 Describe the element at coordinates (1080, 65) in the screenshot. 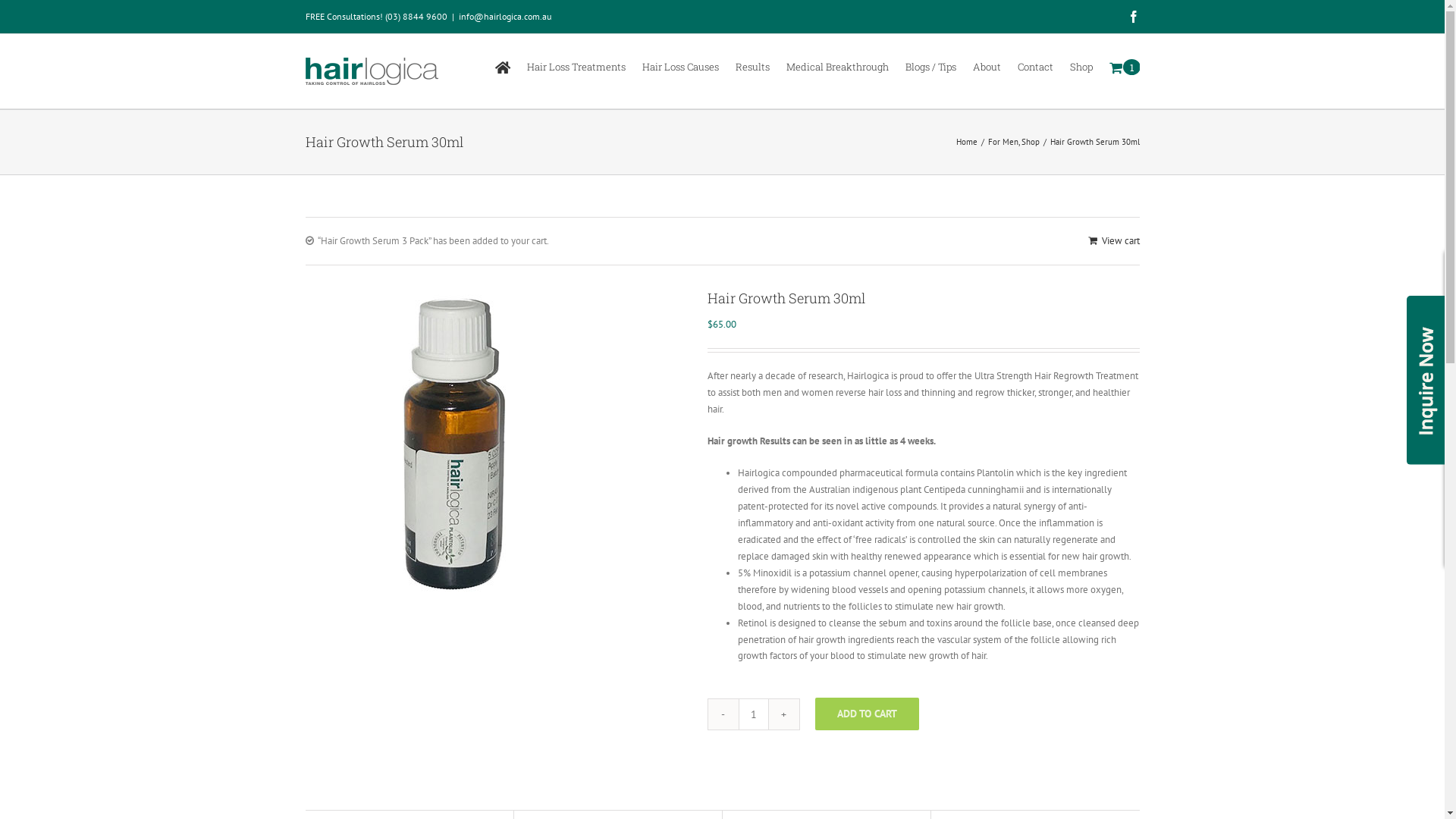

I see `'Shop'` at that location.